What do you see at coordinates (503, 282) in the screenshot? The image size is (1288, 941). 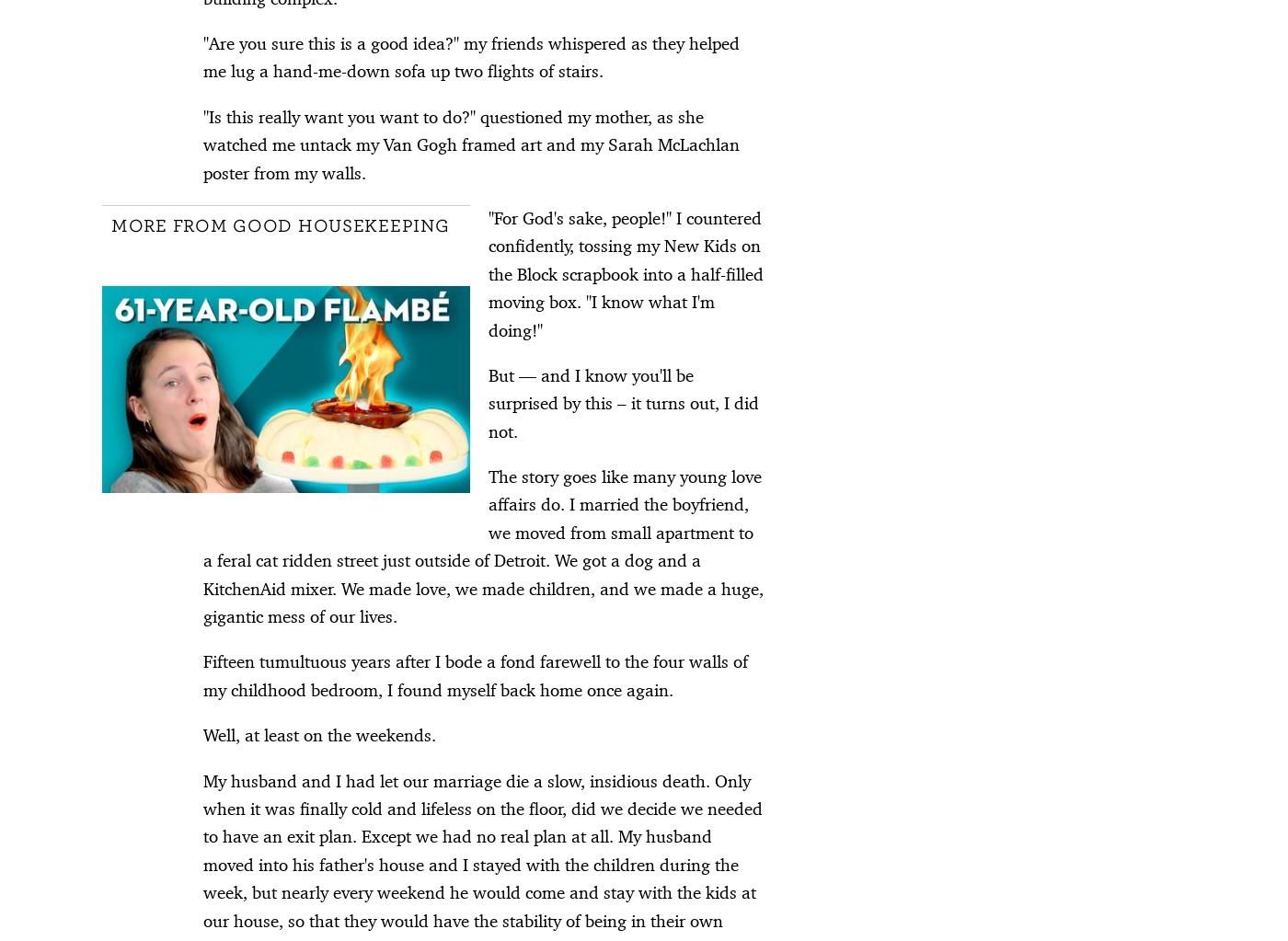 I see `'7 Fun and Romantic Date Night Boxes for Couples'` at bounding box center [503, 282].